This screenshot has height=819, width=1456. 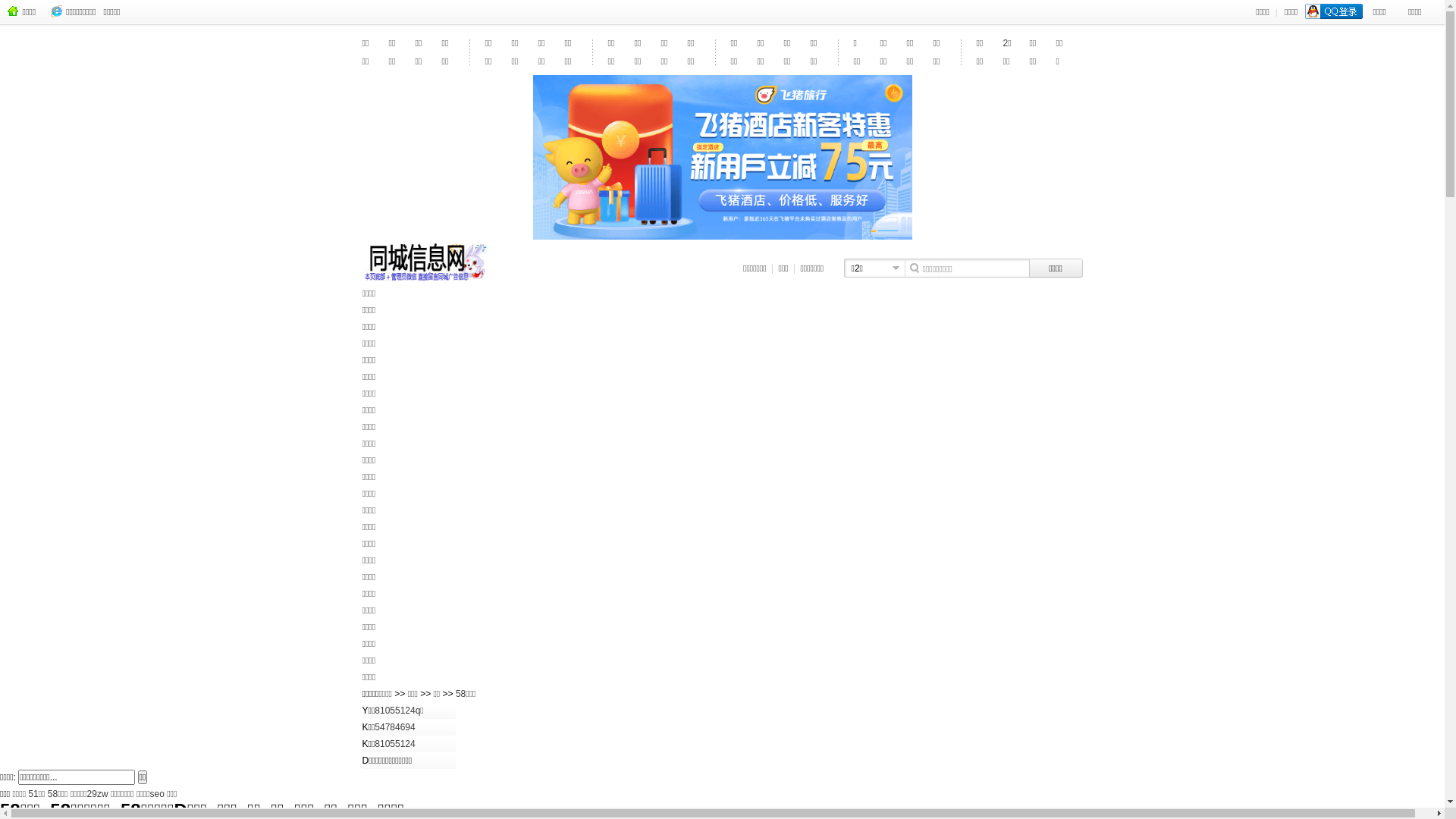 I want to click on '54784694', so click(x=394, y=726).